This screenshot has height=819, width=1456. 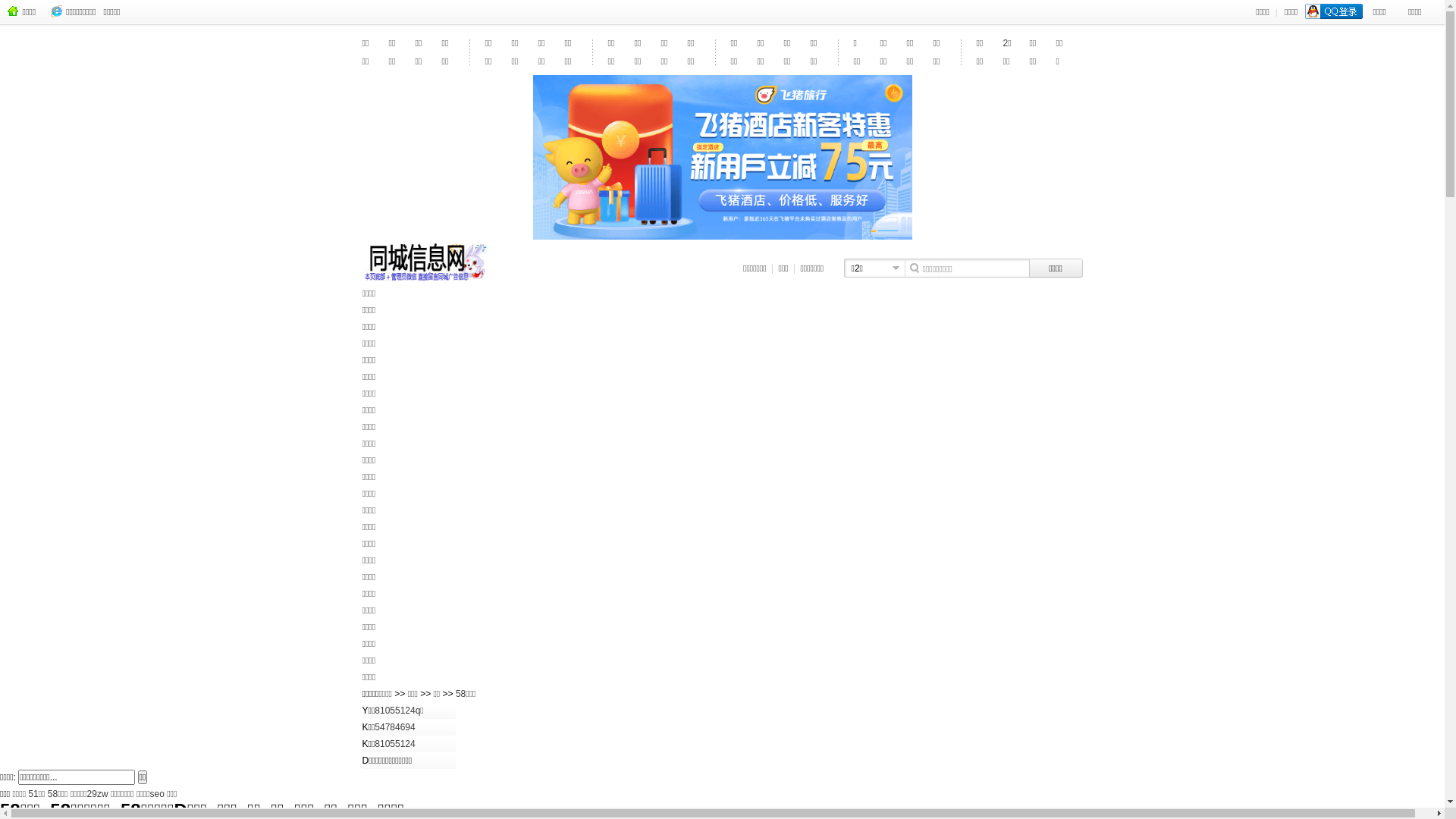 I want to click on '54784694', so click(x=394, y=726).